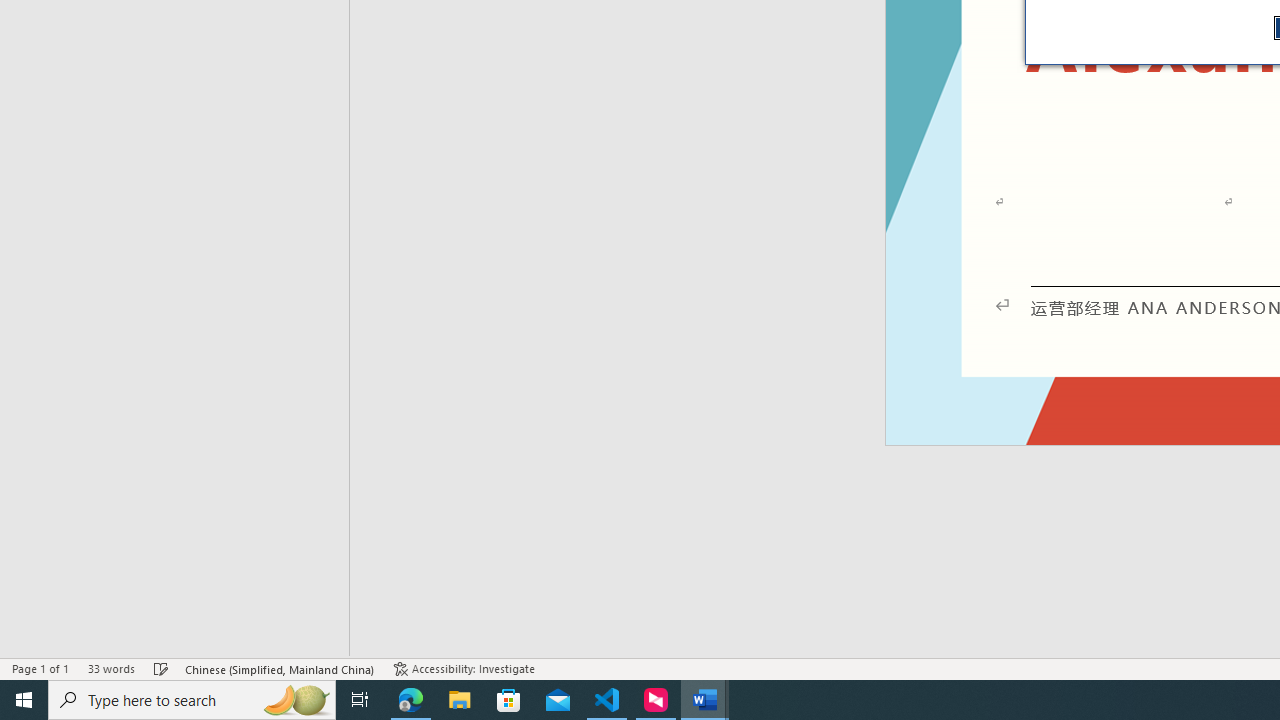  I want to click on 'Microsoft Store', so click(509, 698).